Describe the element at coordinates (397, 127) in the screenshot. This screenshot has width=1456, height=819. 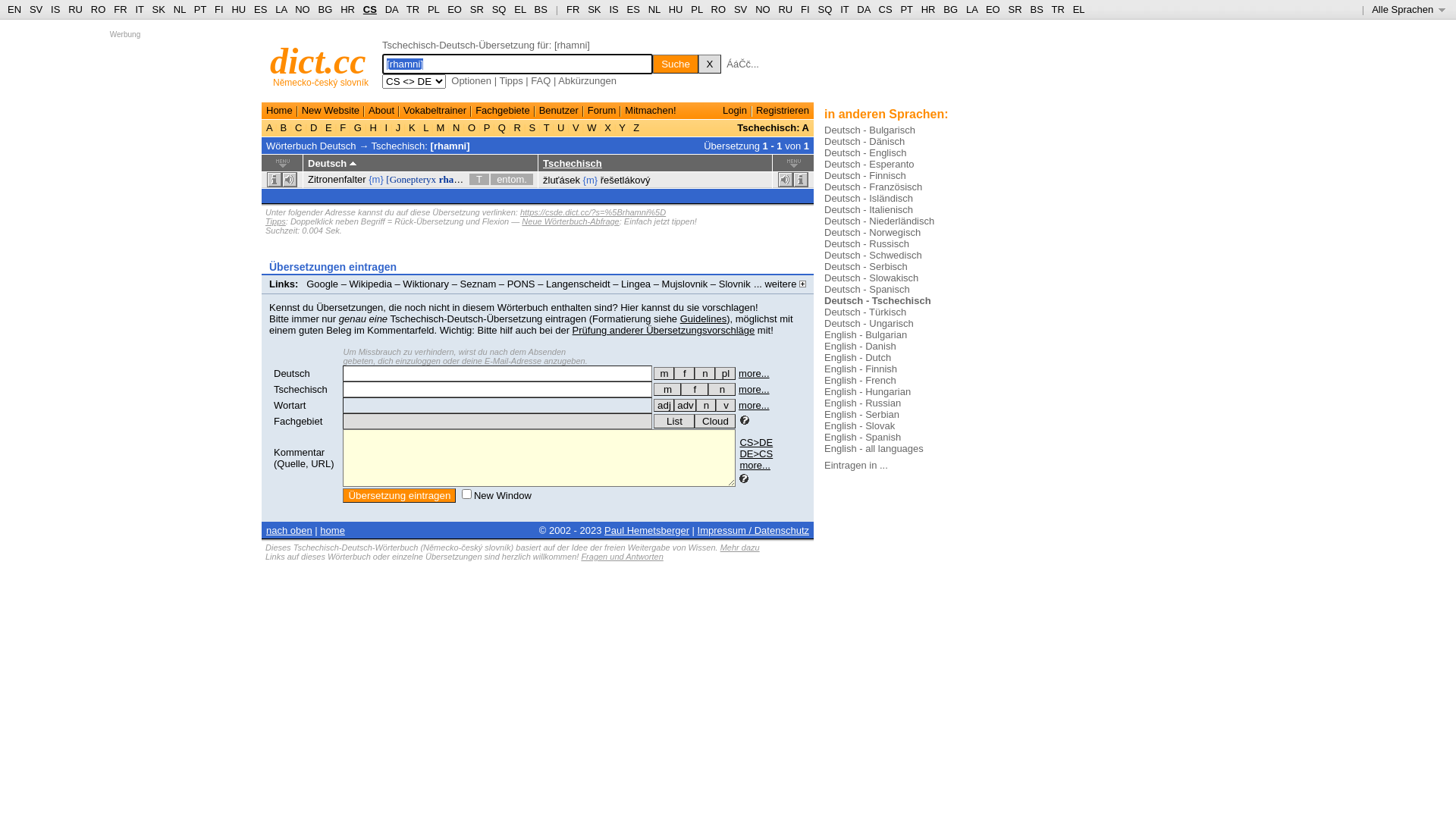
I see `'J'` at that location.